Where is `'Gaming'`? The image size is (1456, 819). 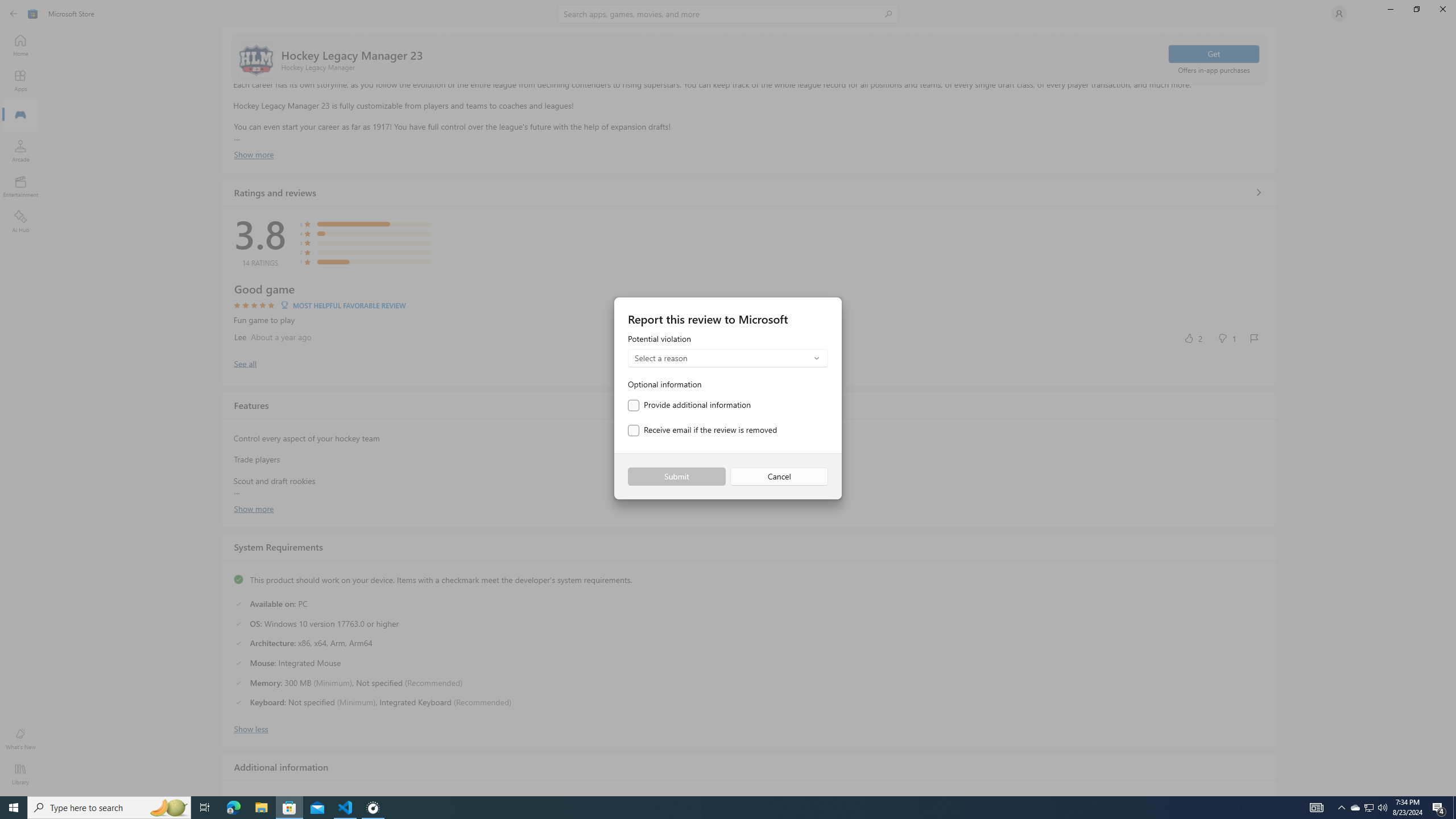
'Gaming' is located at coordinates (19, 115).